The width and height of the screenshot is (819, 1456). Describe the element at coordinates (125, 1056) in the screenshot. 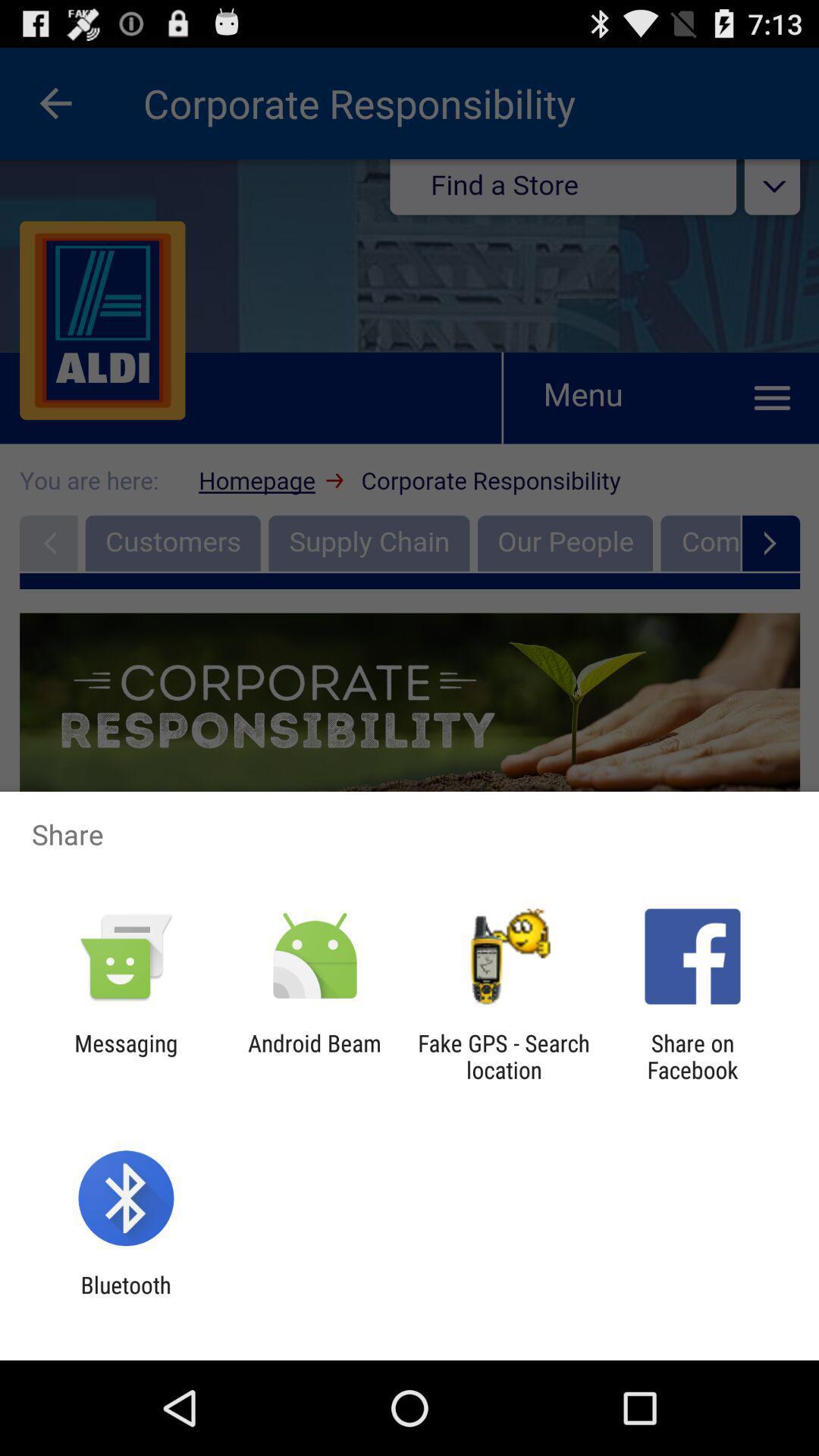

I see `messaging` at that location.